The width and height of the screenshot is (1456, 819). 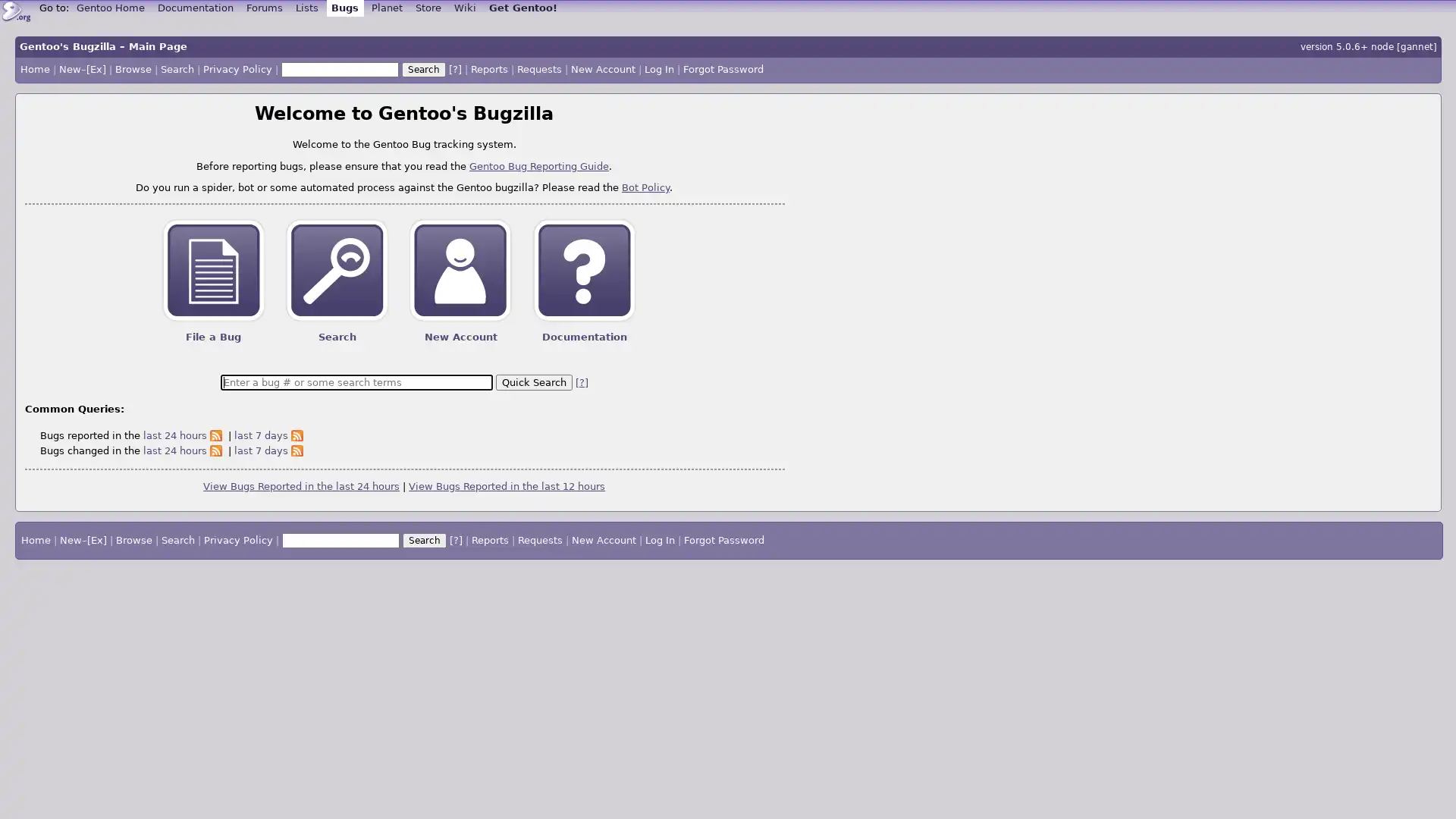 I want to click on Search, so click(x=423, y=540).